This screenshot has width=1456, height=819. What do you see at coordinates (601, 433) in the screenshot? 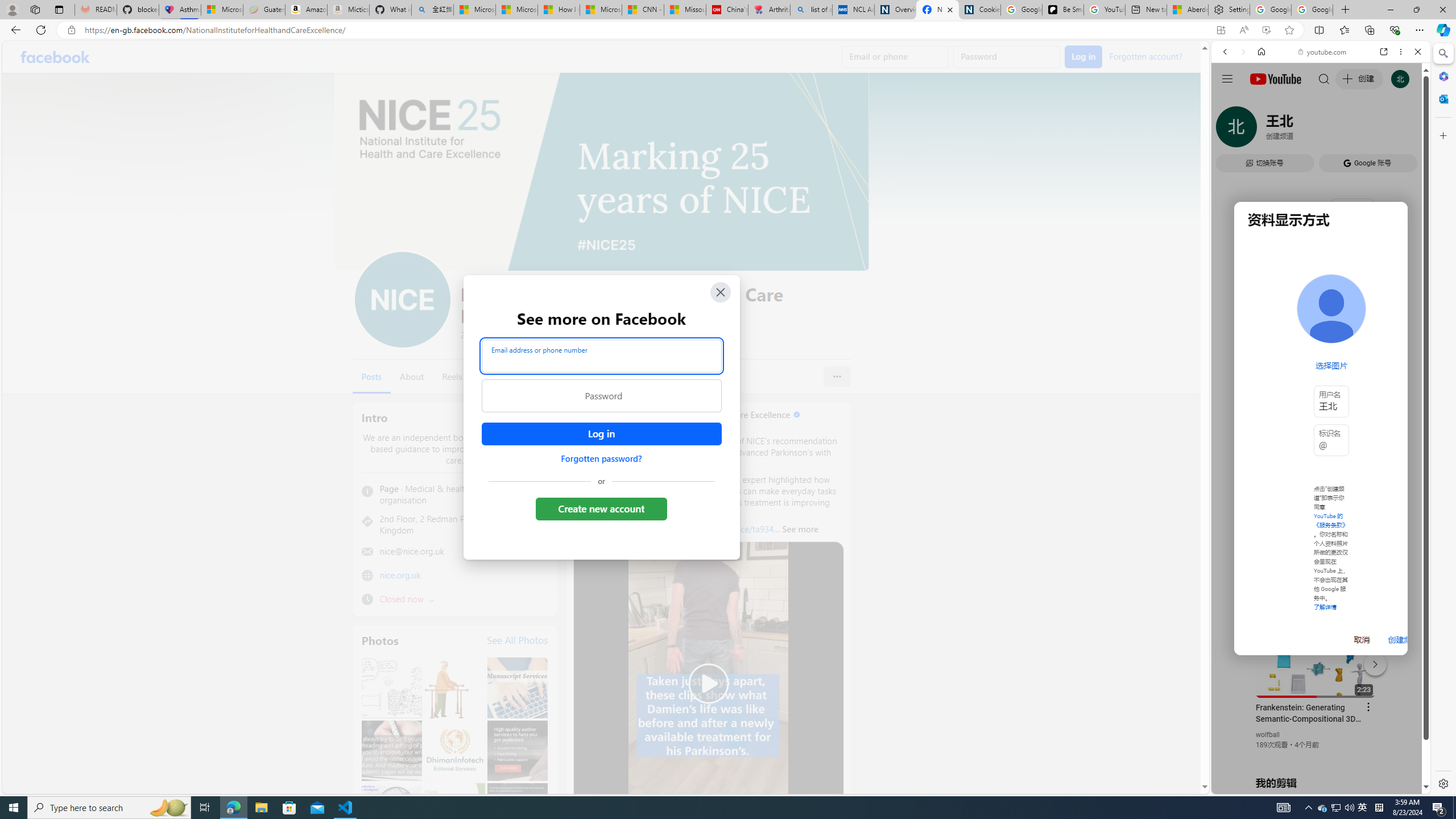
I see `'Accessible login button'` at bounding box center [601, 433].